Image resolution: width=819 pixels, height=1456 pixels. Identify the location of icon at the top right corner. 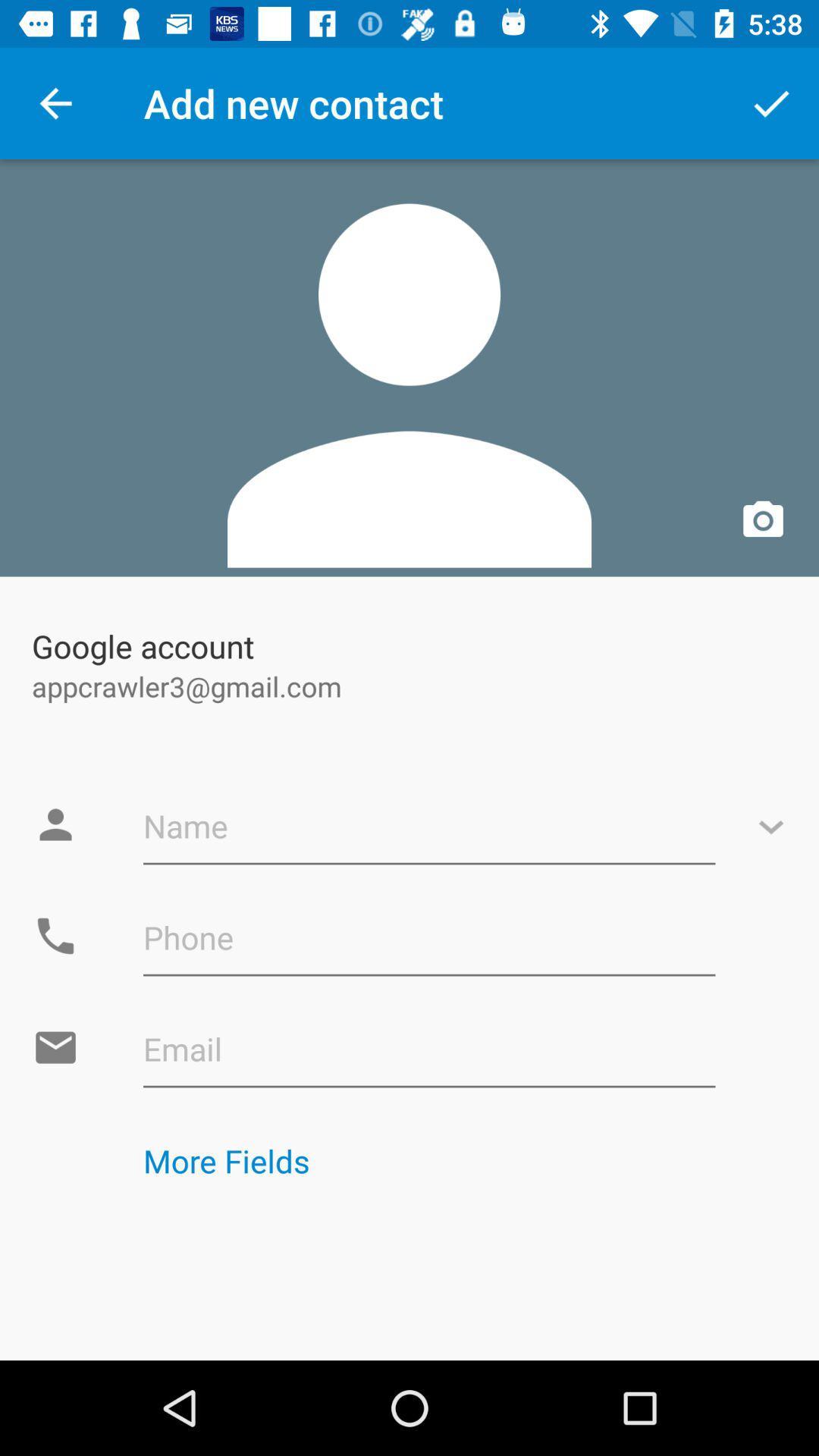
(771, 102).